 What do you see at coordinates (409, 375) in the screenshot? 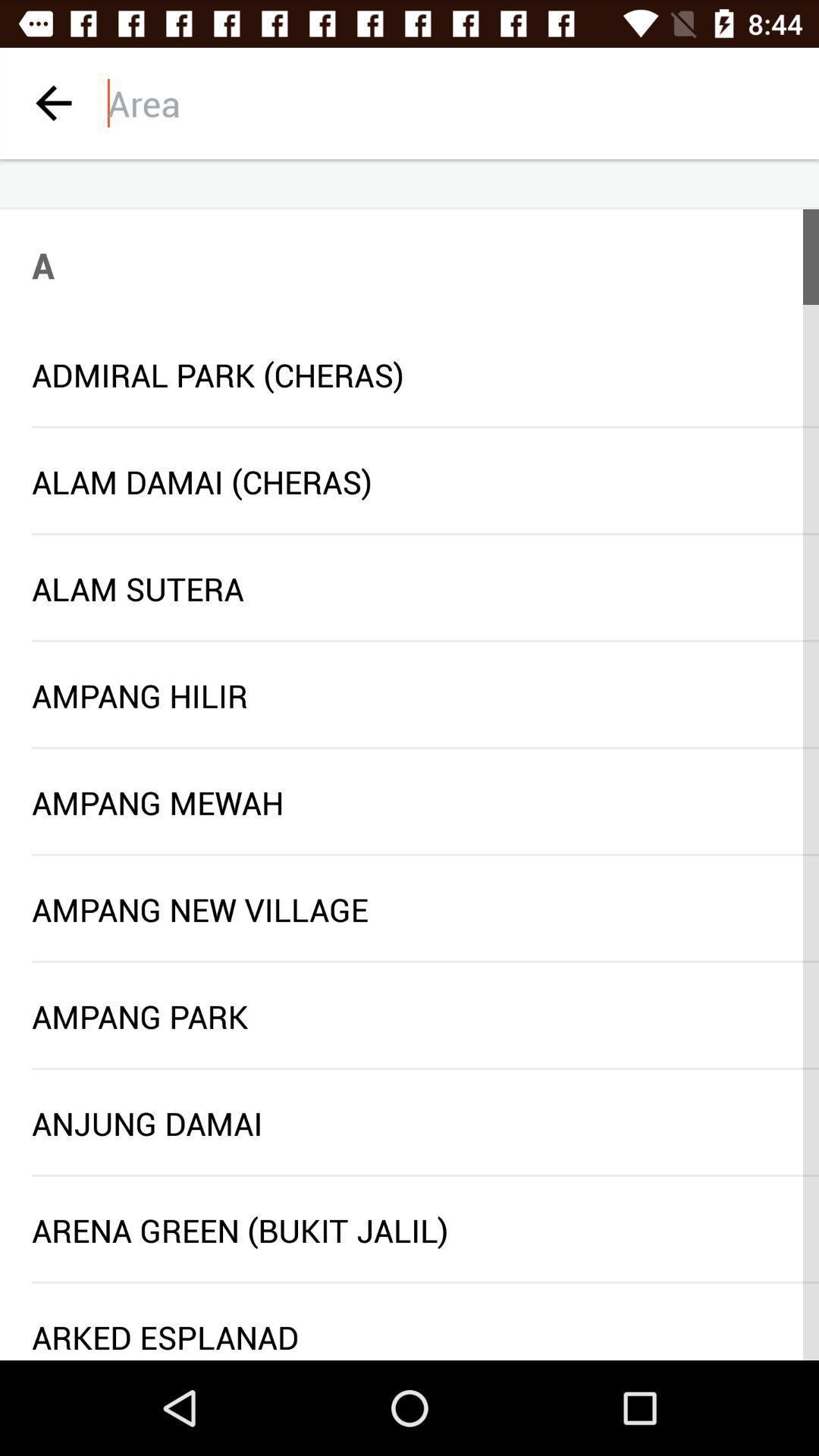
I see `admiral park (cheras) item` at bounding box center [409, 375].